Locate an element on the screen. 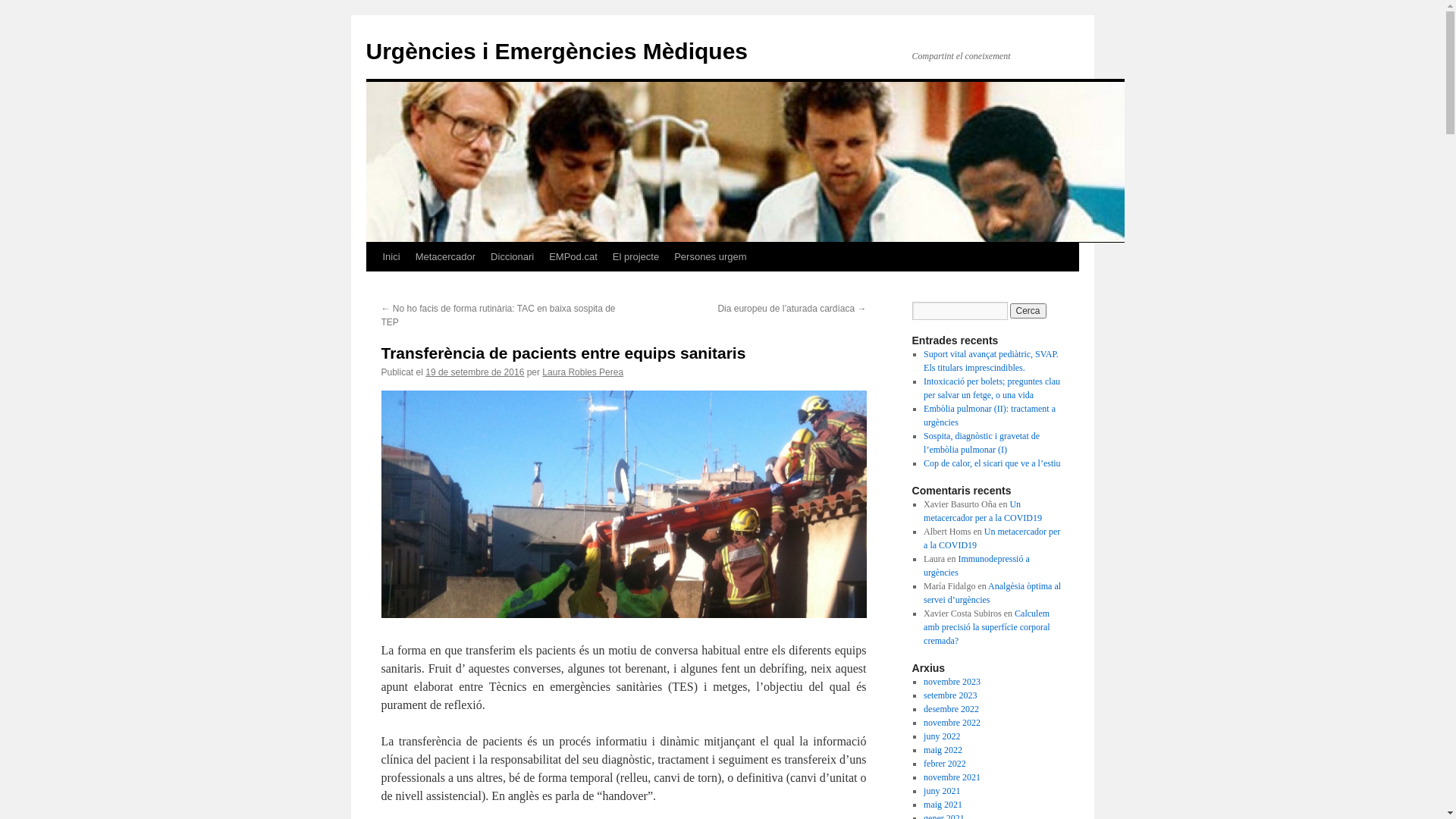 The image size is (1456, 819). 'Metacercador' is located at coordinates (444, 256).